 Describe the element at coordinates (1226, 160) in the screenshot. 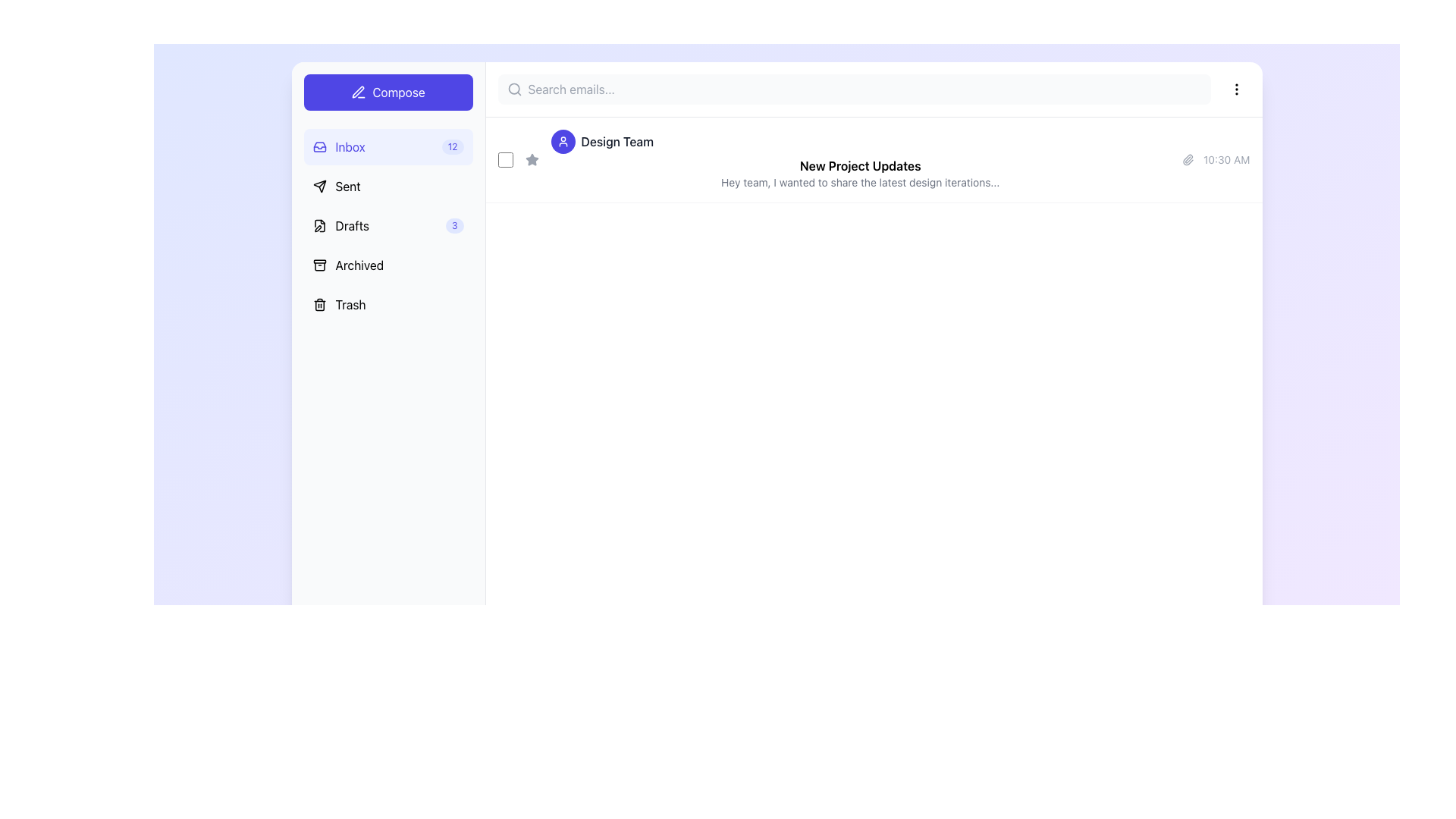

I see `displayed timestamp located in the top-right section of the email list view, next to the paperclip icon` at that location.